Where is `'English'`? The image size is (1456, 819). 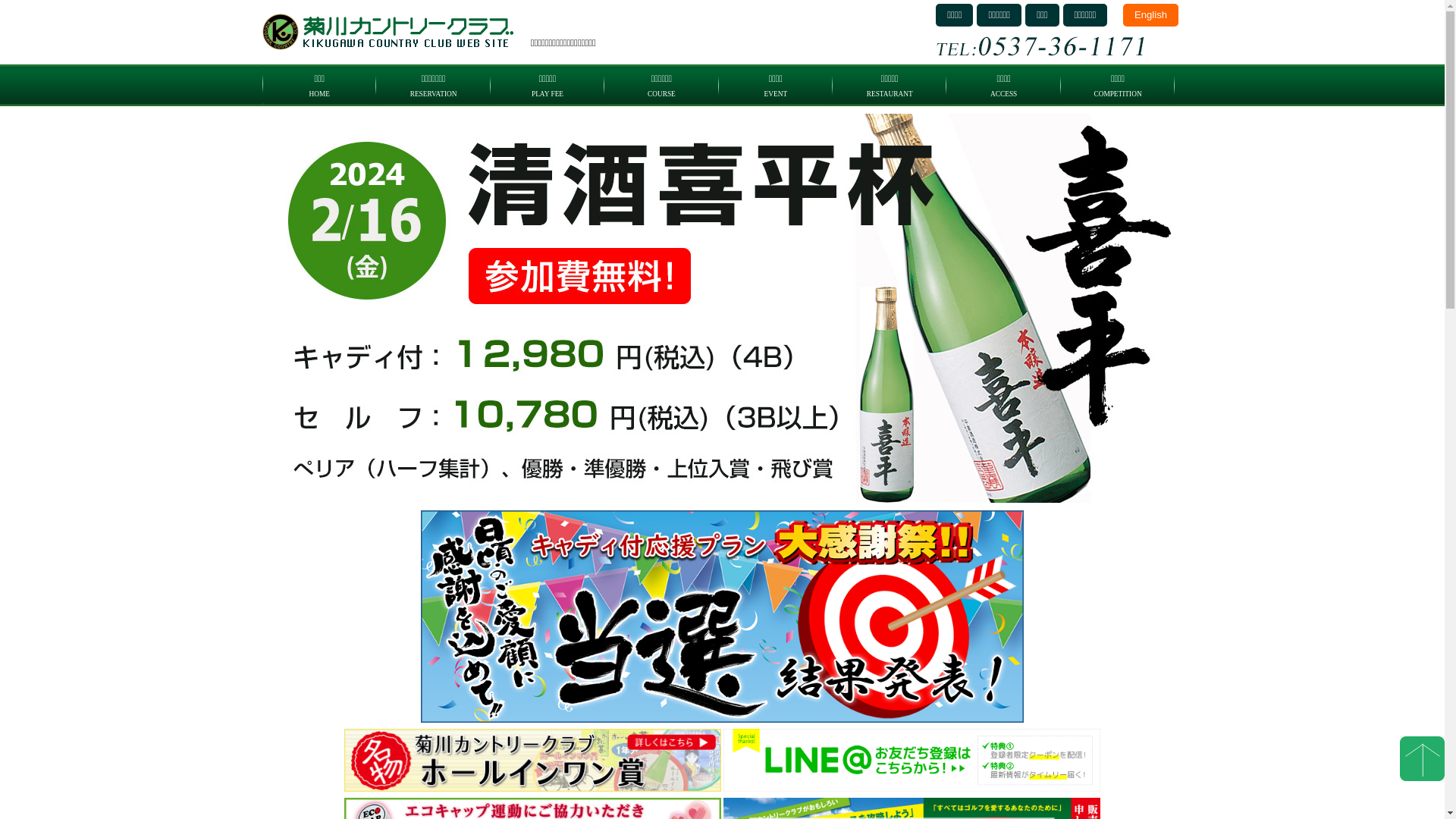 'English' is located at coordinates (1150, 14).